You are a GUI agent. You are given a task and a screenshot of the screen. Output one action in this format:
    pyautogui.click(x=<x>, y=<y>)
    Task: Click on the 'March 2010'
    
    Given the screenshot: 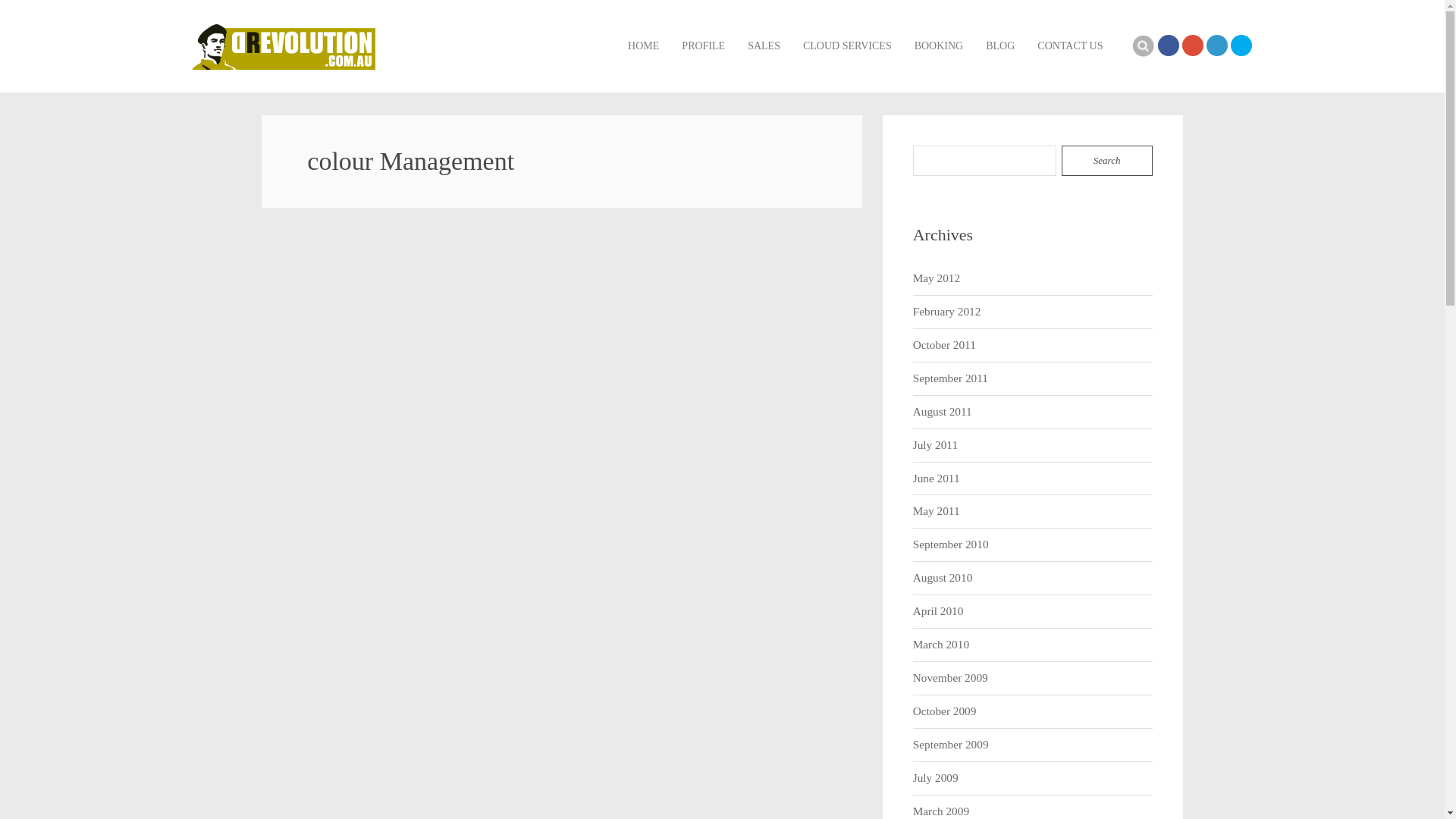 What is the action you would take?
    pyautogui.click(x=940, y=645)
    